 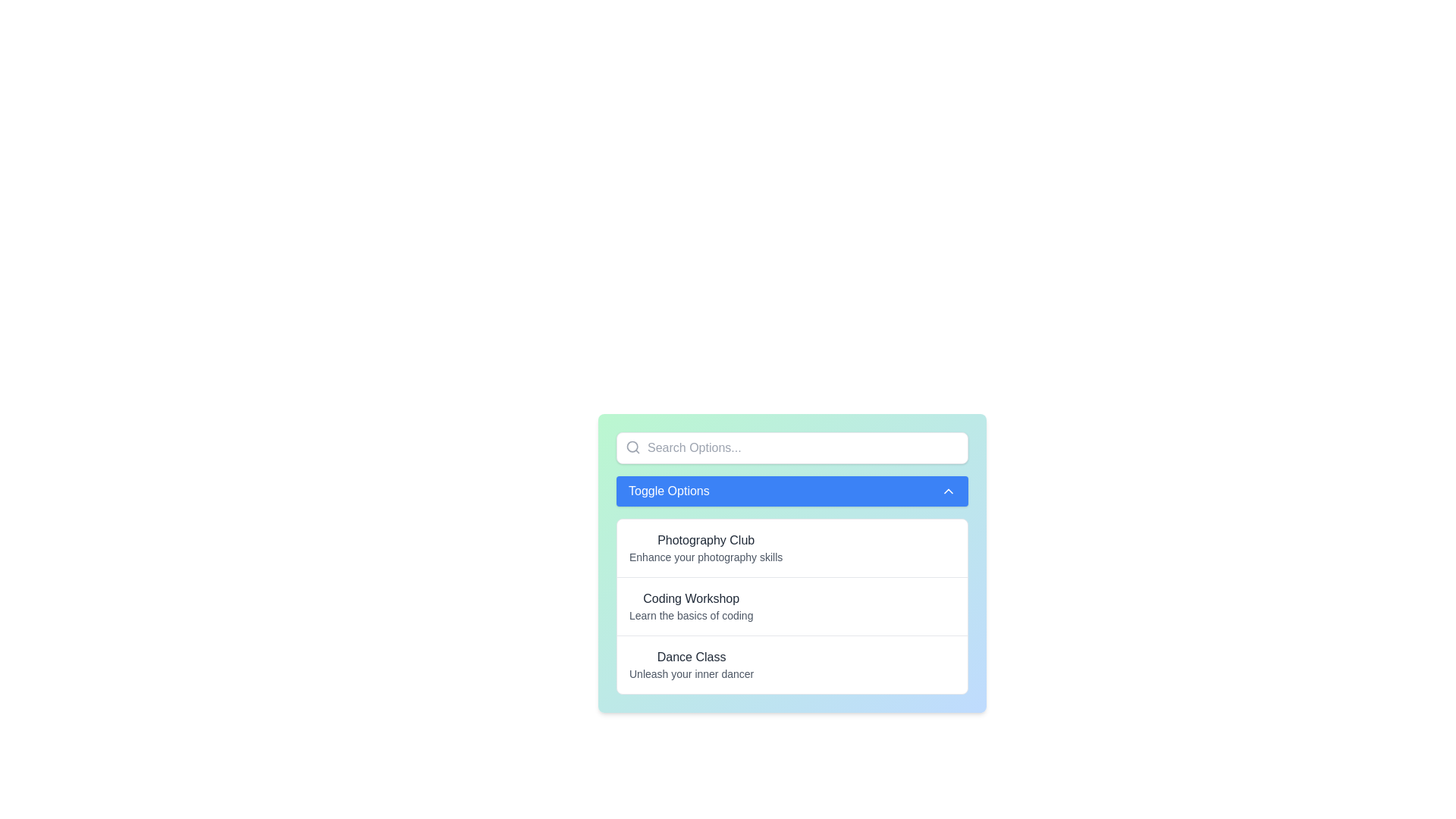 What do you see at coordinates (691, 673) in the screenshot?
I see `the text label reading 'Unleash your inner dancer', which is styled in smaller font size and light gray color, located beneath the title 'Dance Class'` at bounding box center [691, 673].